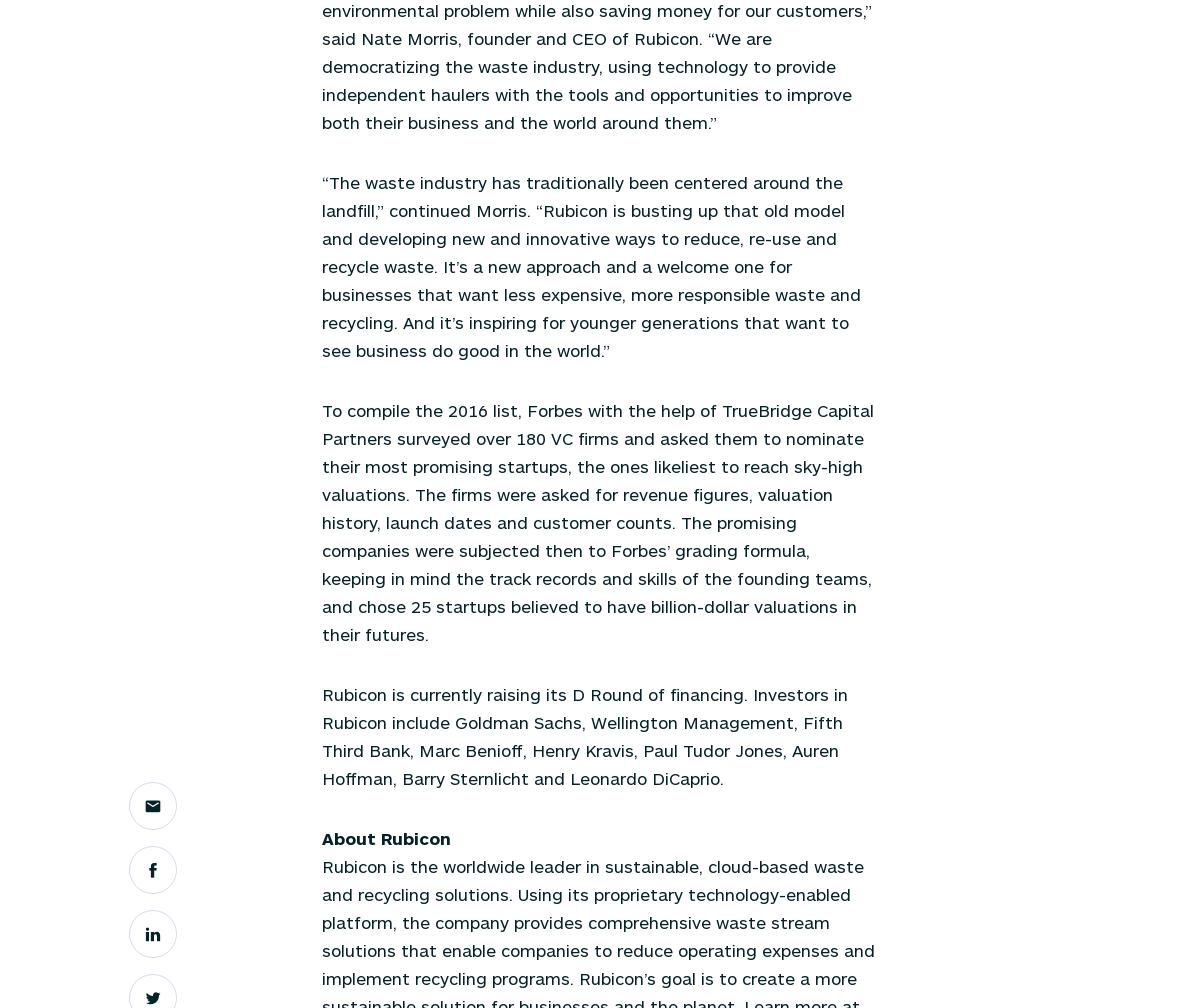  What do you see at coordinates (999, 86) in the screenshot?
I see `'Articles'` at bounding box center [999, 86].